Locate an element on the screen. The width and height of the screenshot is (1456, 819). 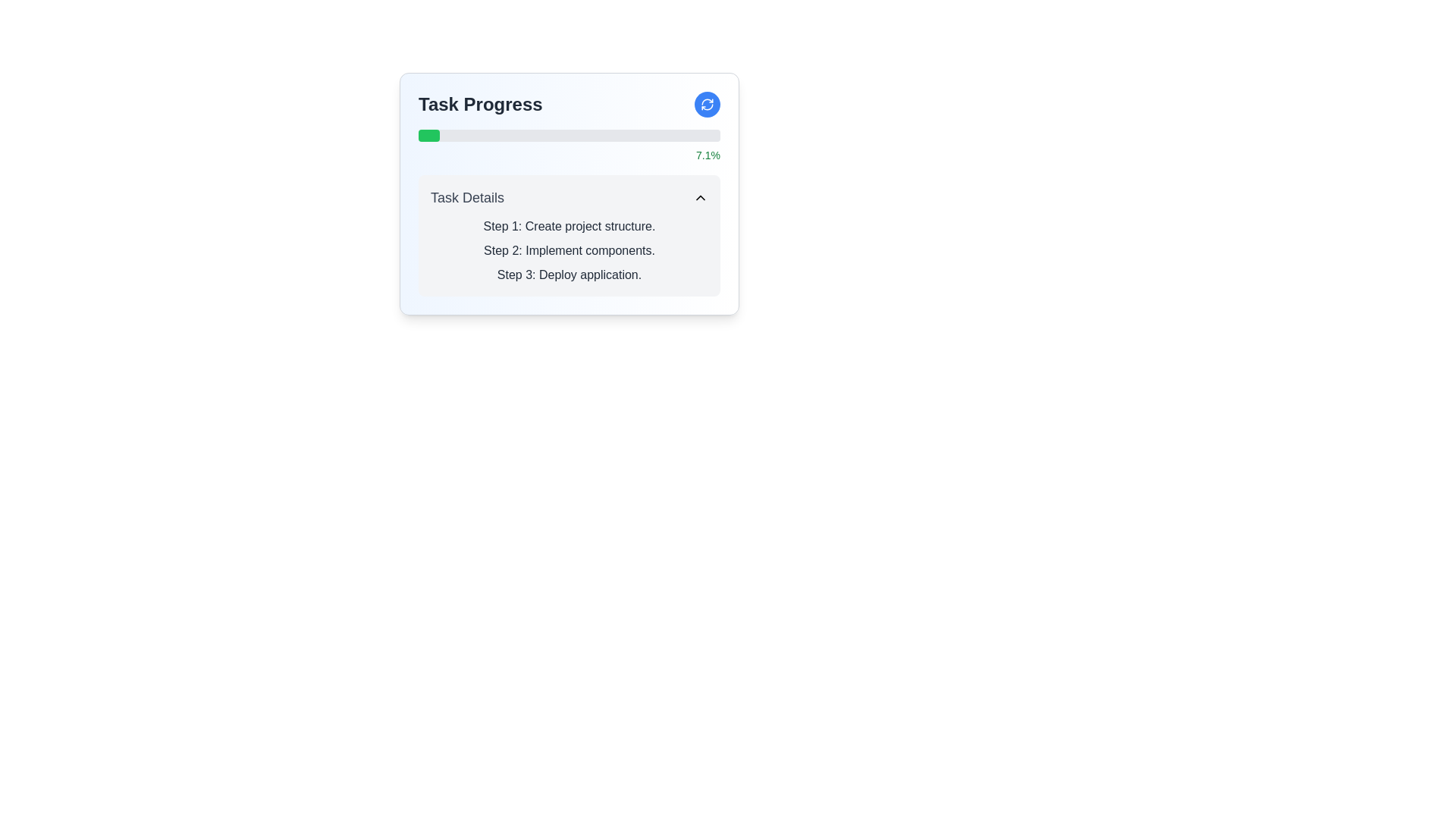
the circular refresh button with a blue background and white arrows located at the top-right corner of the 'Task Progress' card is located at coordinates (706, 104).